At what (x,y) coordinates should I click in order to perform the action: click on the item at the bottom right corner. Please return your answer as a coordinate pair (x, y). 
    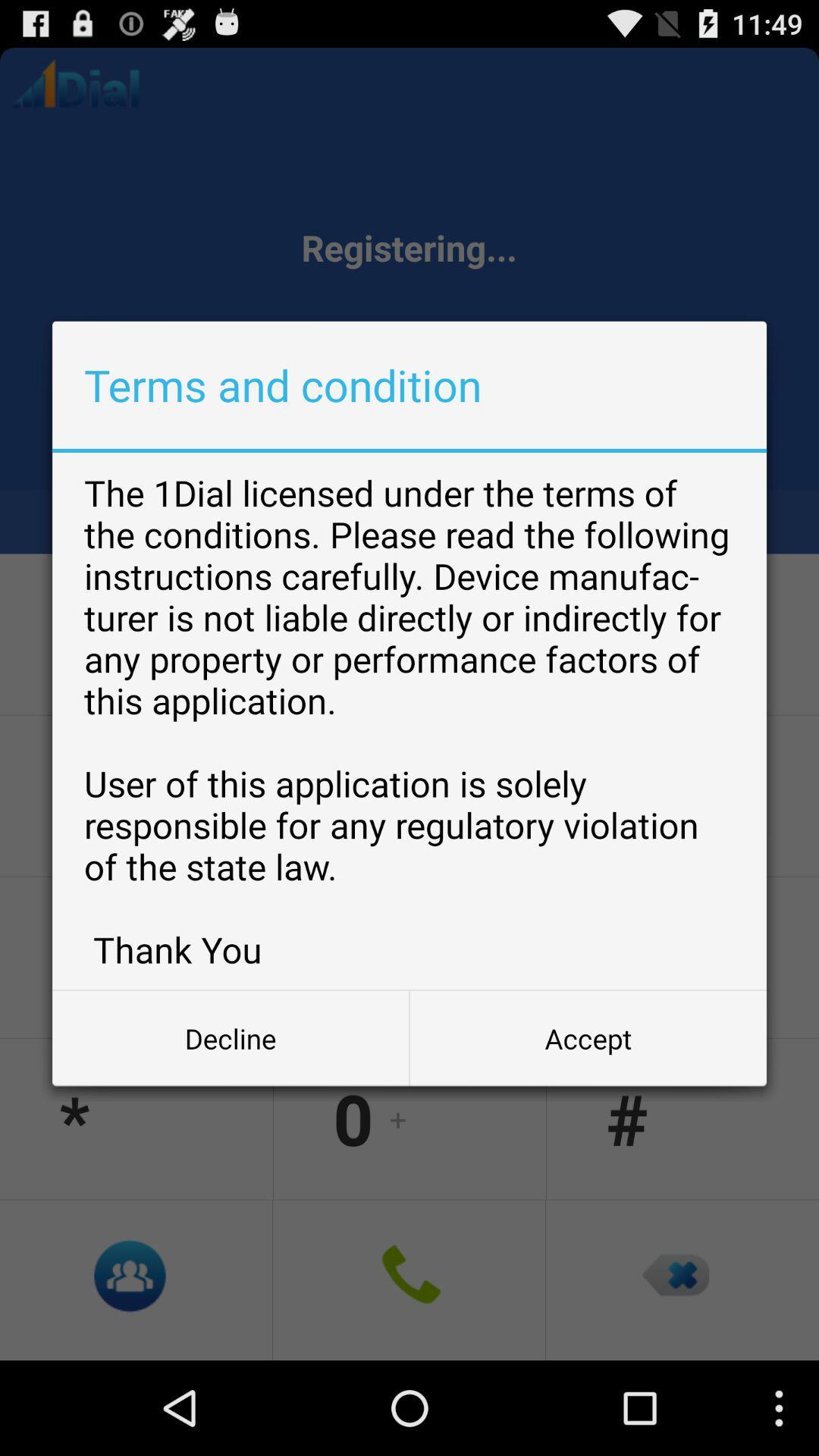
    Looking at the image, I should click on (587, 1037).